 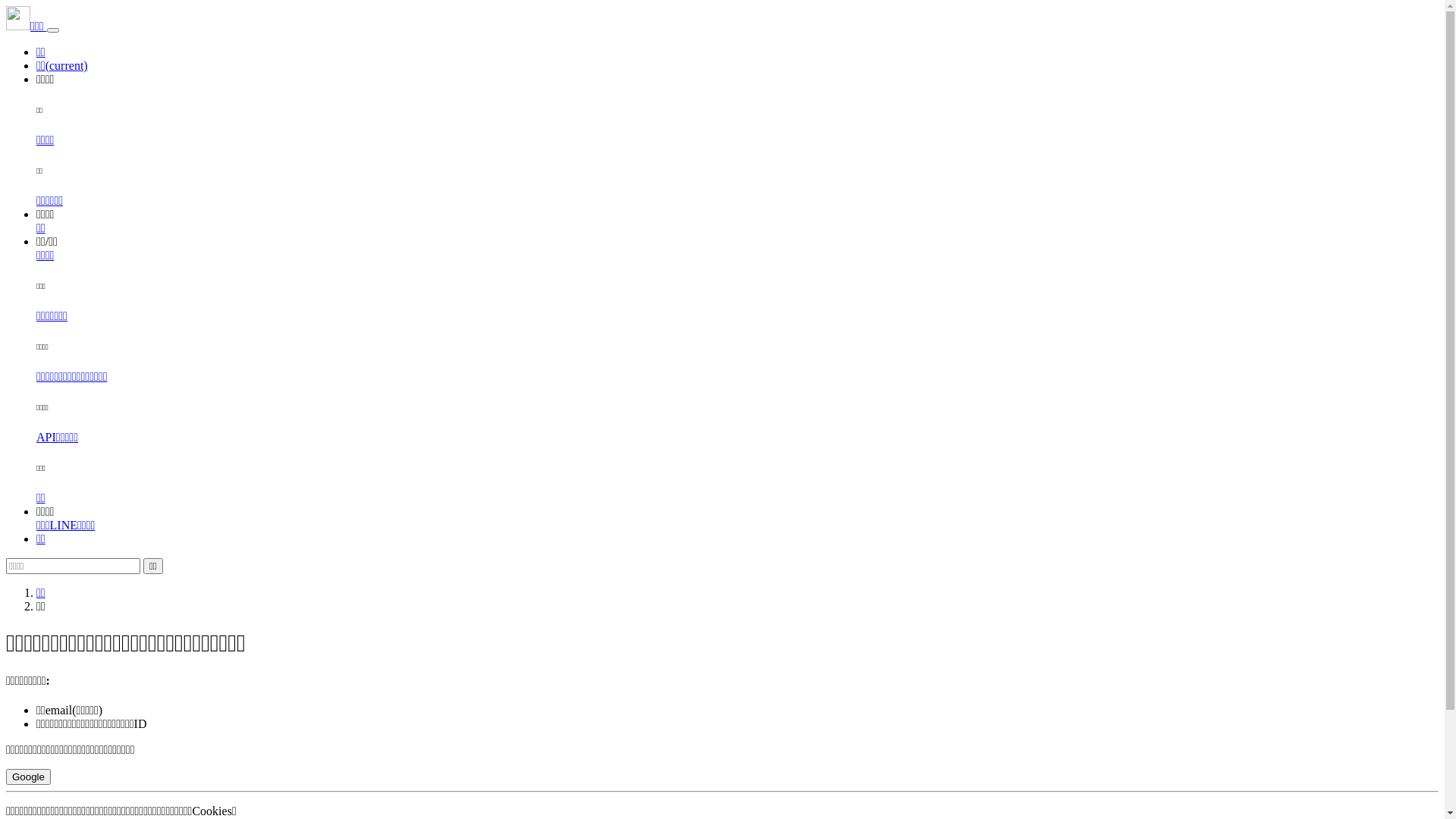 I want to click on 'Google', so click(x=6, y=777).